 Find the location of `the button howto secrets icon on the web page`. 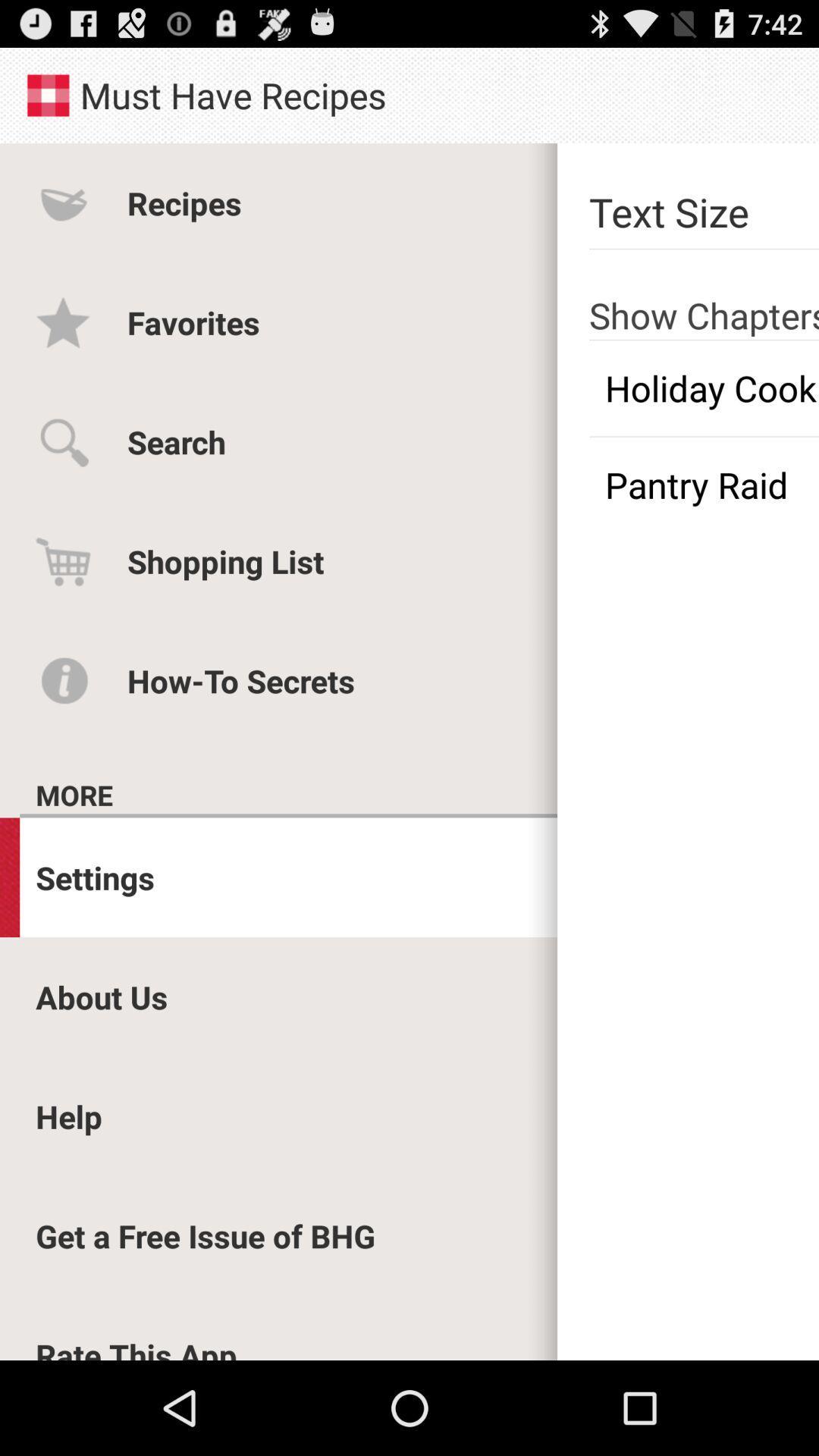

the button howto secrets icon on the web page is located at coordinates (63, 679).